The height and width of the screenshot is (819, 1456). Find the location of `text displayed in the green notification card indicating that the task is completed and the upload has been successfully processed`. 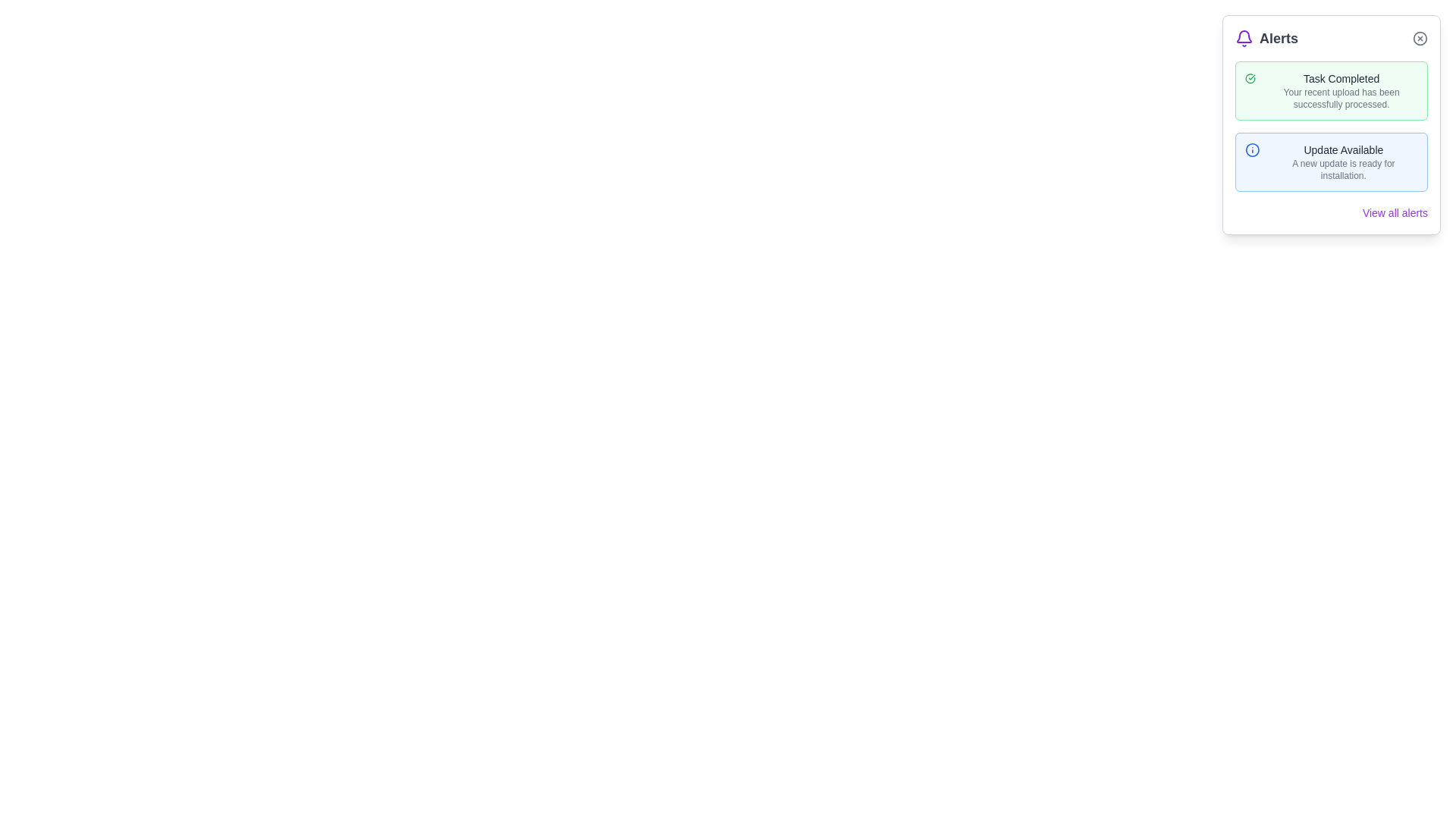

text displayed in the green notification card indicating that the task is completed and the upload has been successfully processed is located at coordinates (1341, 90).